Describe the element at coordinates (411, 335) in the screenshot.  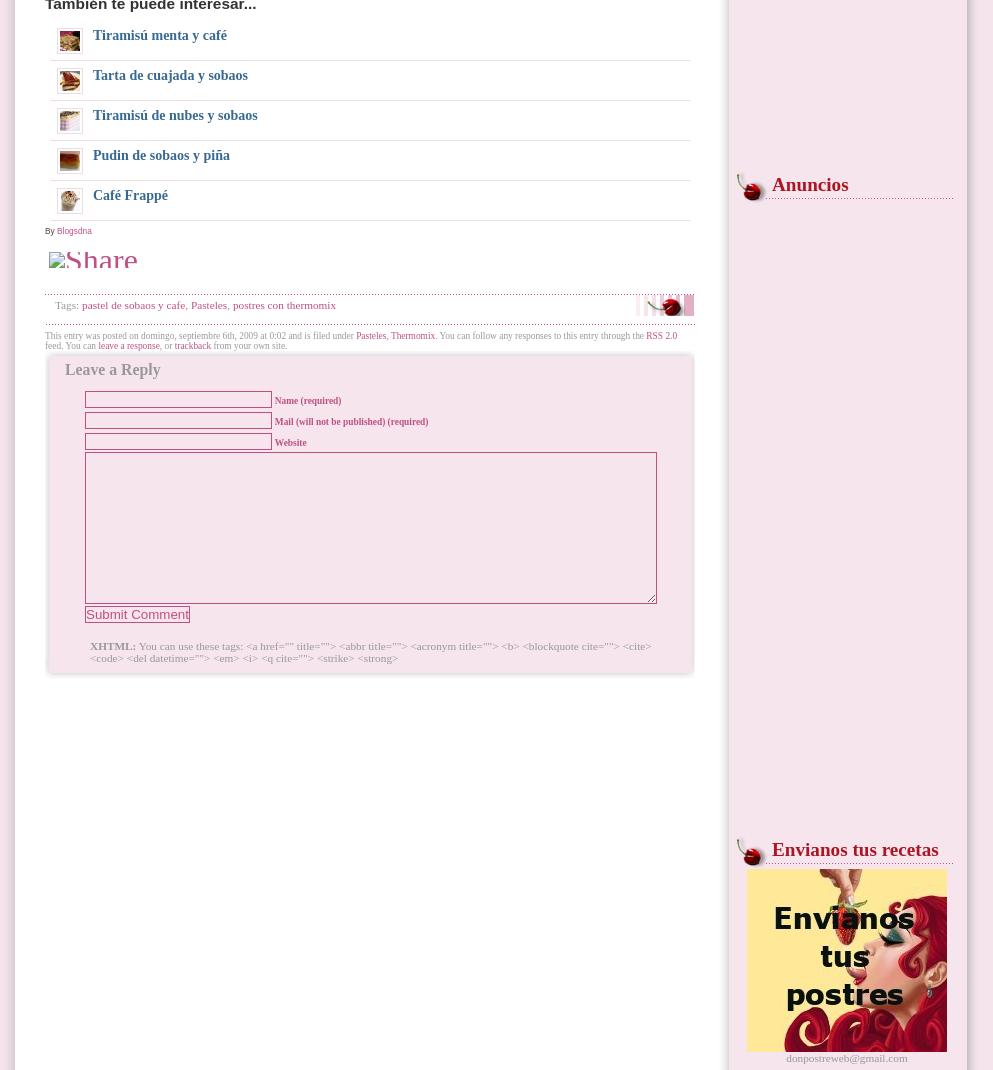
I see `'Thermomix'` at that location.